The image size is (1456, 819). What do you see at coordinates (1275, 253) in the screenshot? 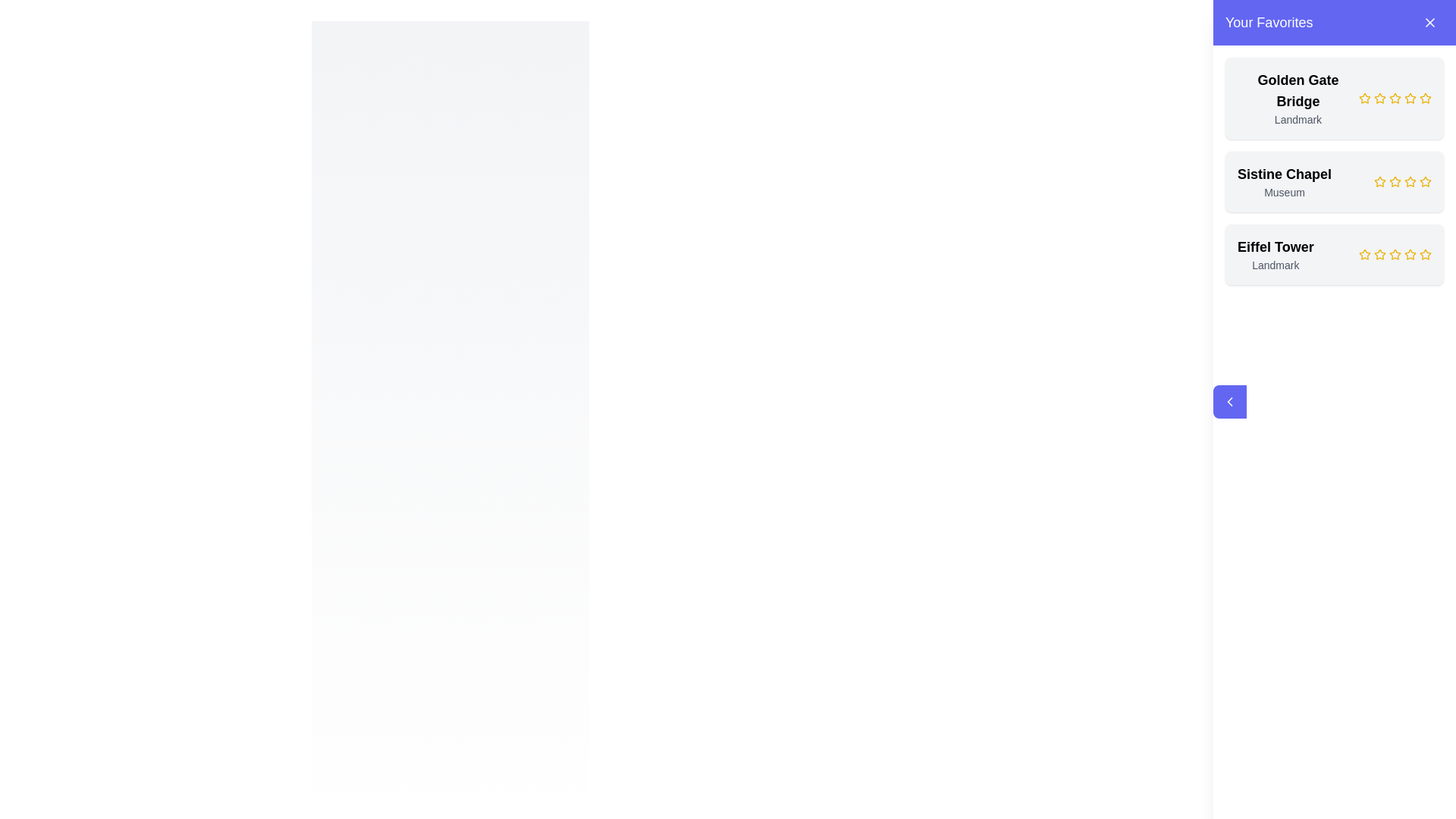
I see `the text label displaying 'Eiffel Tower' with the caption 'Landmark' located in the upper-left region of the bottom card in a vertically stacked list` at bounding box center [1275, 253].